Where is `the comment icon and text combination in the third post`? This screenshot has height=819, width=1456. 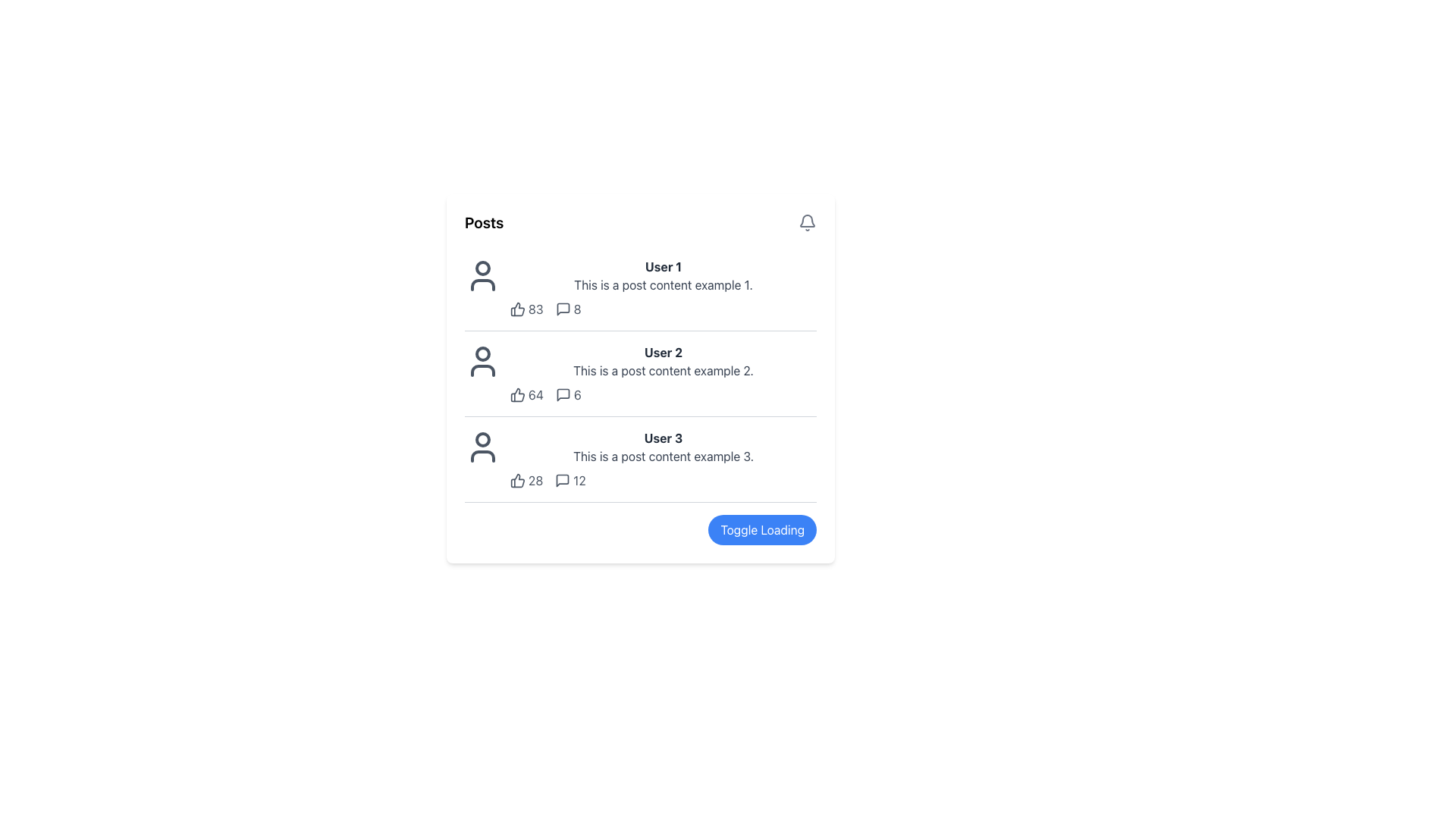
the comment icon and text combination in the third post is located at coordinates (570, 480).